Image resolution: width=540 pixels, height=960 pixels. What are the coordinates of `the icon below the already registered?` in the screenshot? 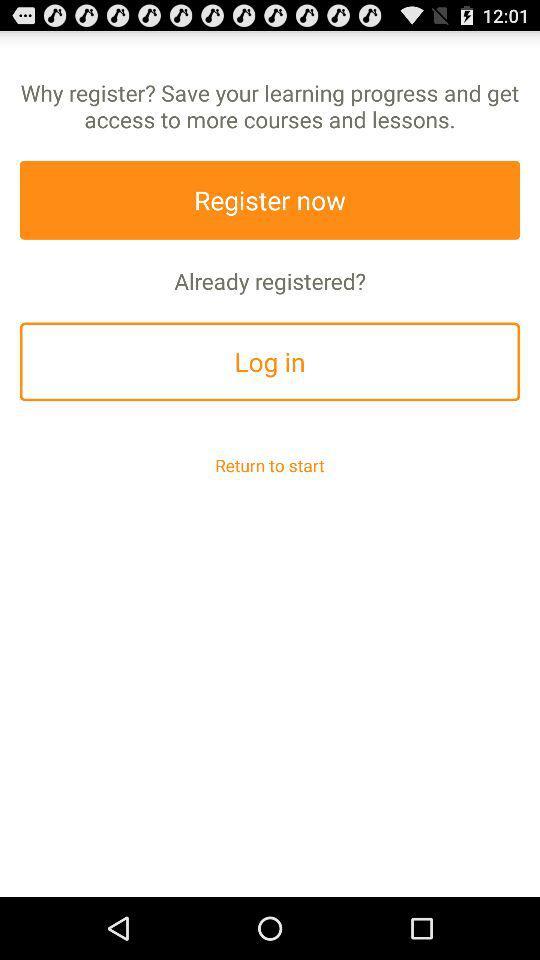 It's located at (270, 360).